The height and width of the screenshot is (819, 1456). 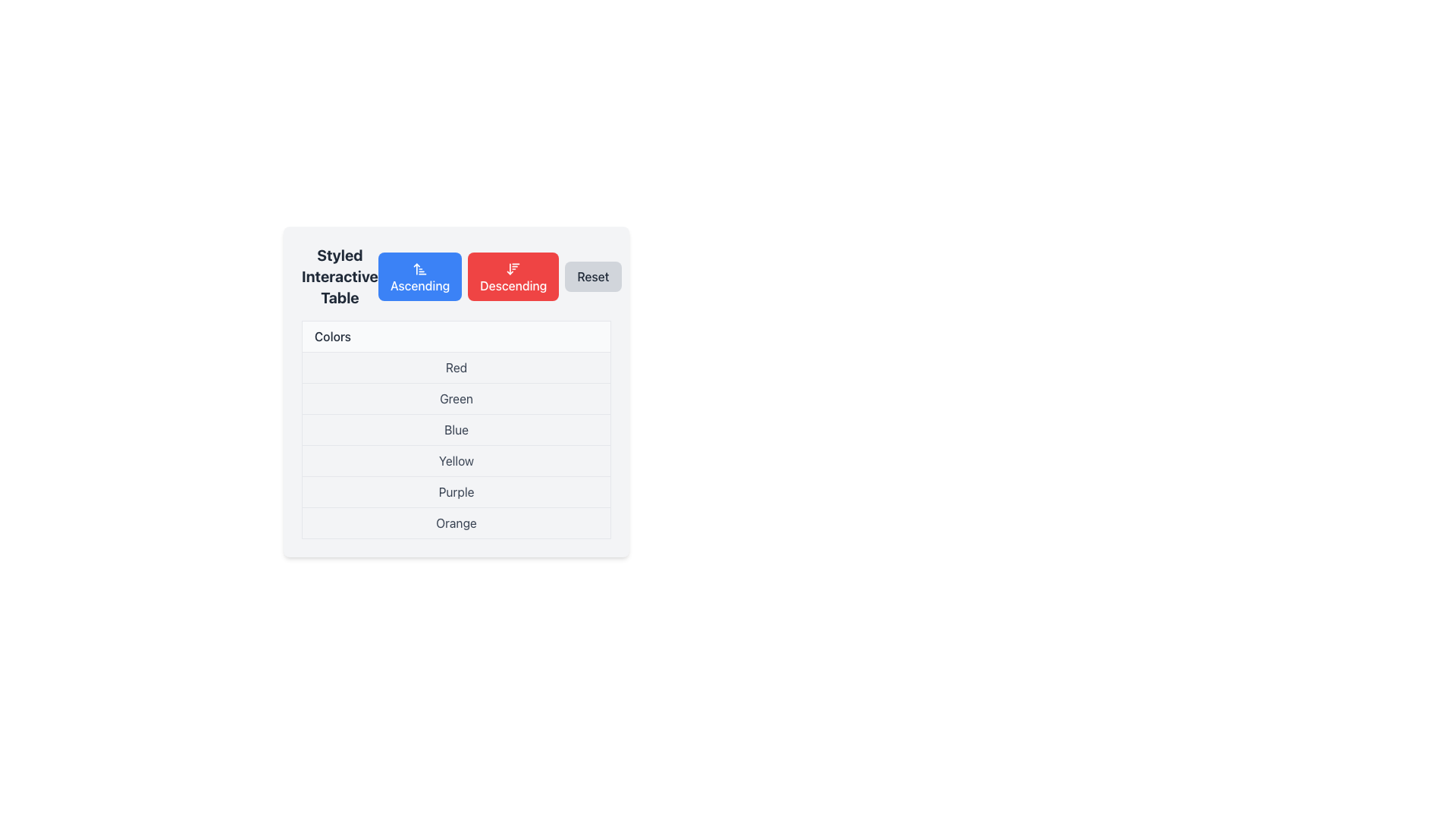 What do you see at coordinates (592, 277) in the screenshot?
I see `the 'Reset' button, which has a light gray background and dark gray text, to observe its style changes as indicated by its hover state` at bounding box center [592, 277].